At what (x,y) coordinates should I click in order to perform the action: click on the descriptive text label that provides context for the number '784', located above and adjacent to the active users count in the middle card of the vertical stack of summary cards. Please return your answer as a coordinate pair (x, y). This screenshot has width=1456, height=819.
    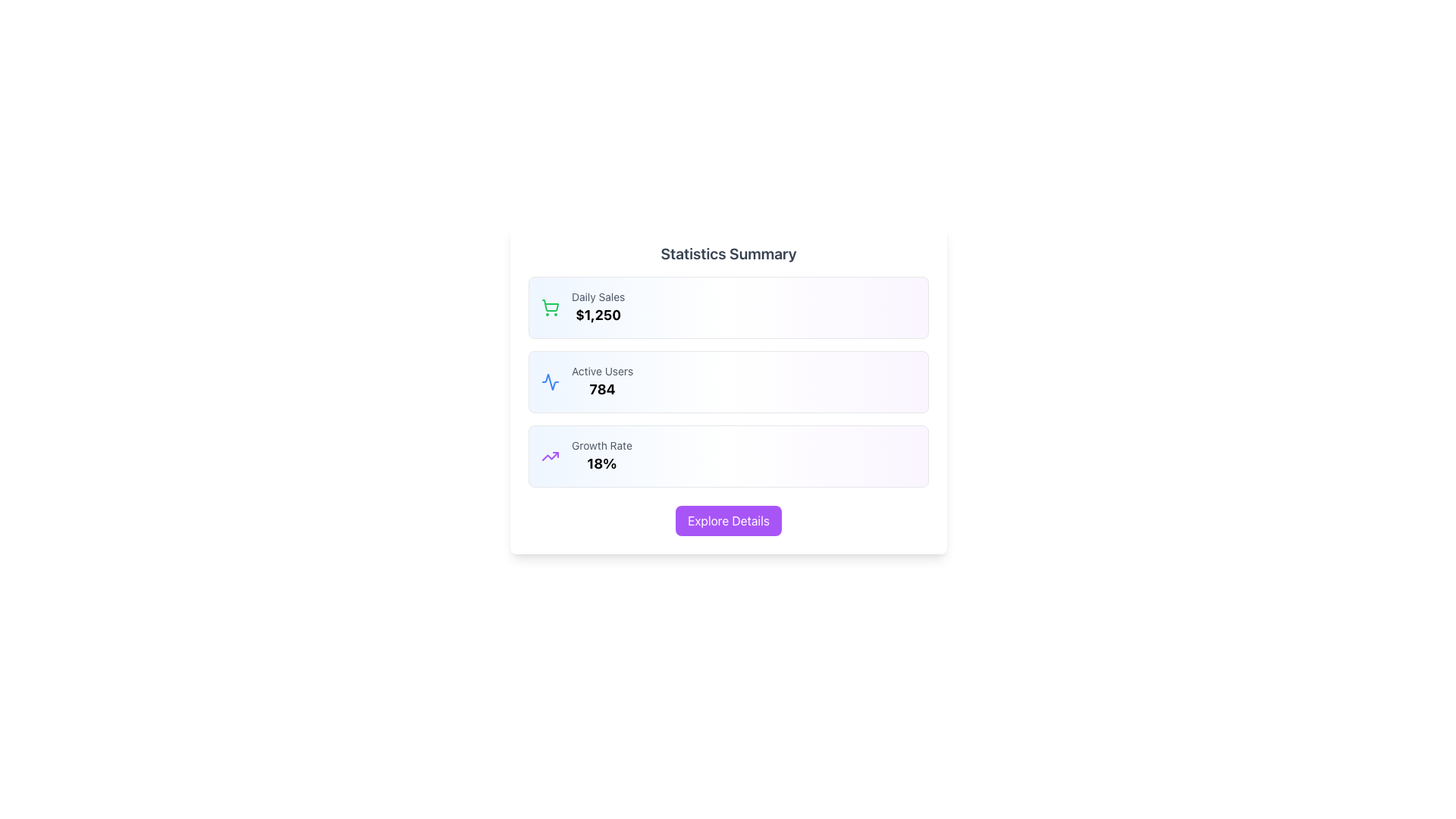
    Looking at the image, I should click on (601, 371).